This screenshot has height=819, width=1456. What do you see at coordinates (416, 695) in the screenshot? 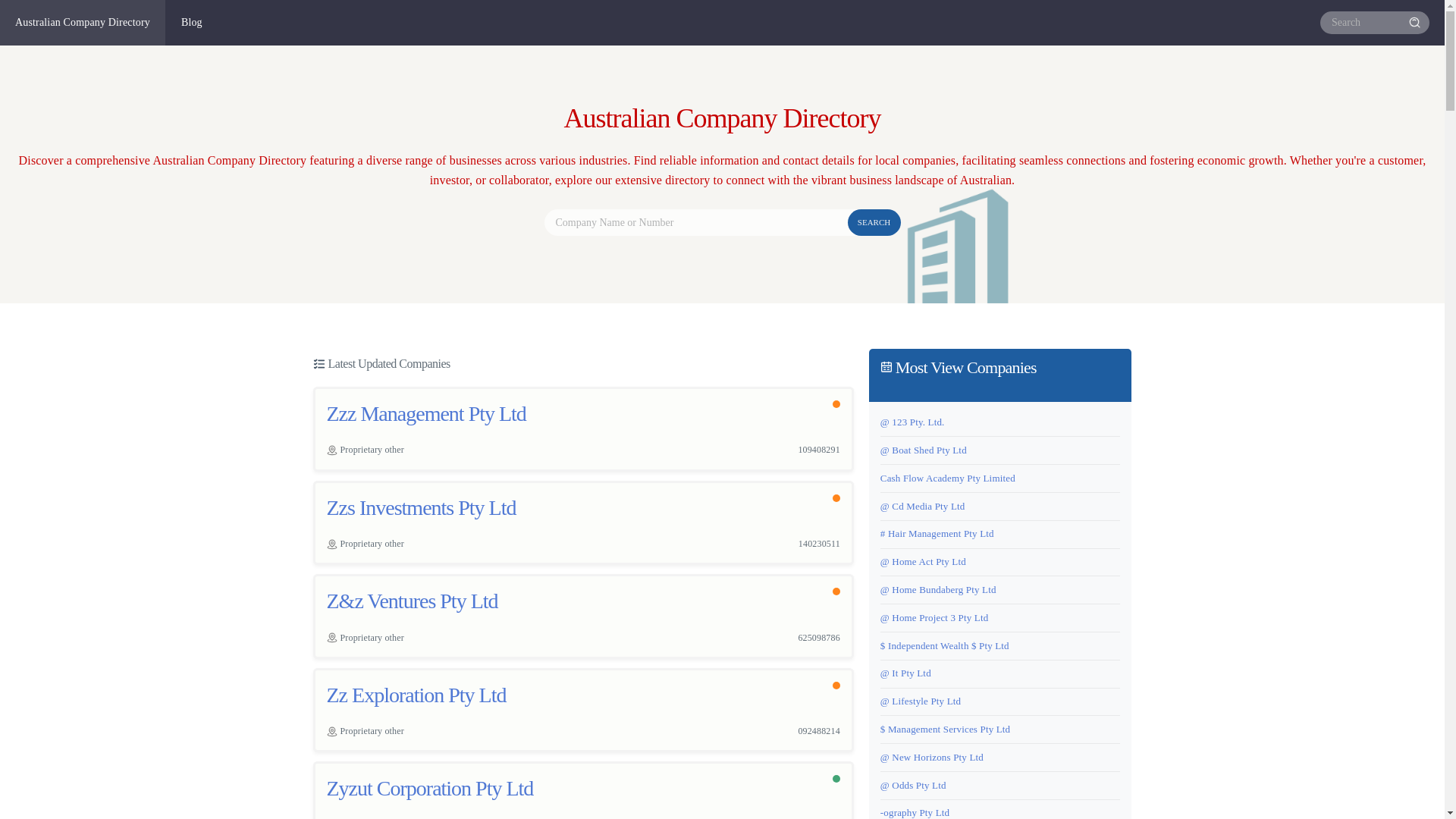
I see `'Zz Exploration Pty Ltd'` at bounding box center [416, 695].